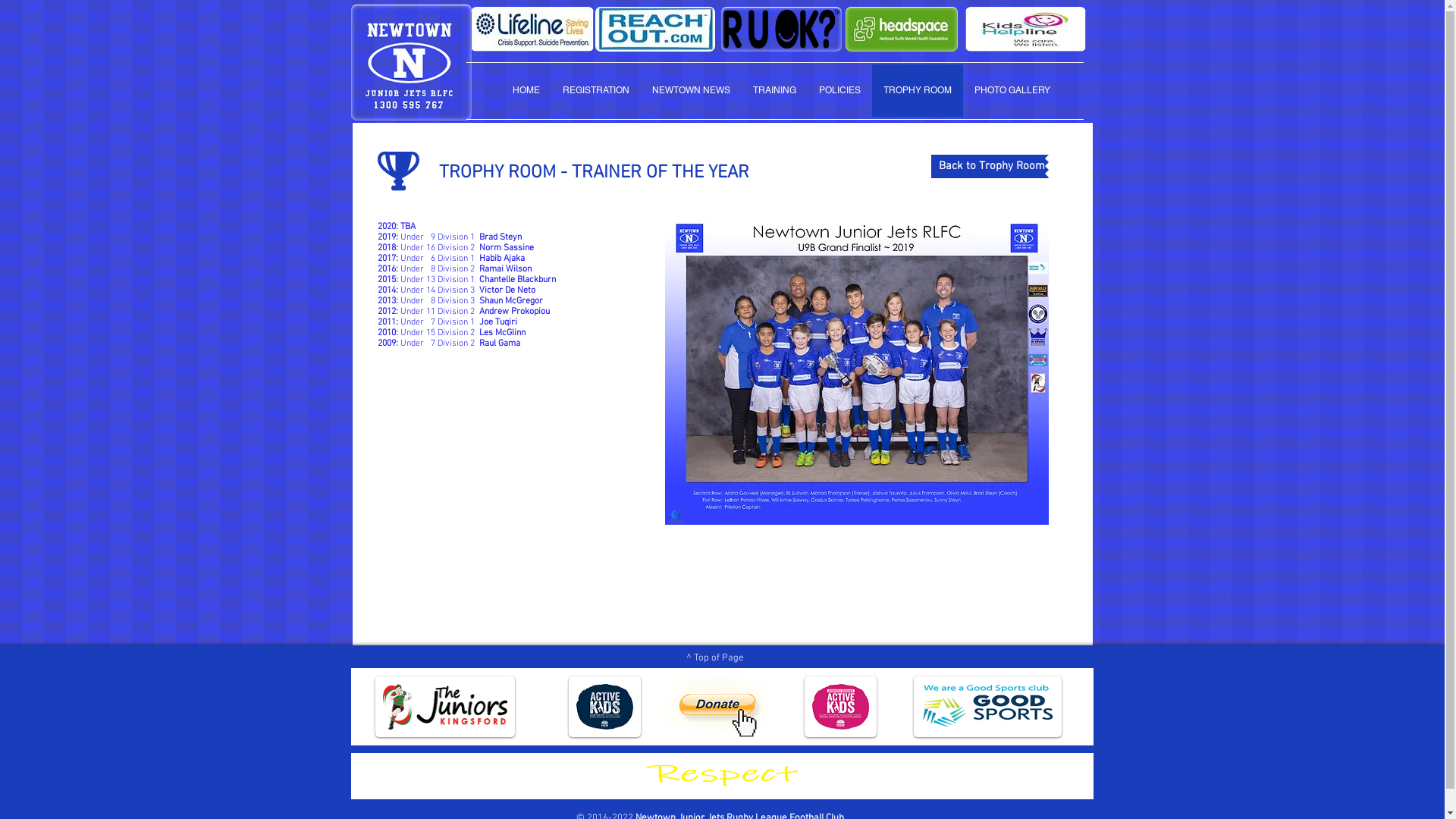  Describe the element at coordinates (549, 90) in the screenshot. I see `'REGISTRATION'` at that location.